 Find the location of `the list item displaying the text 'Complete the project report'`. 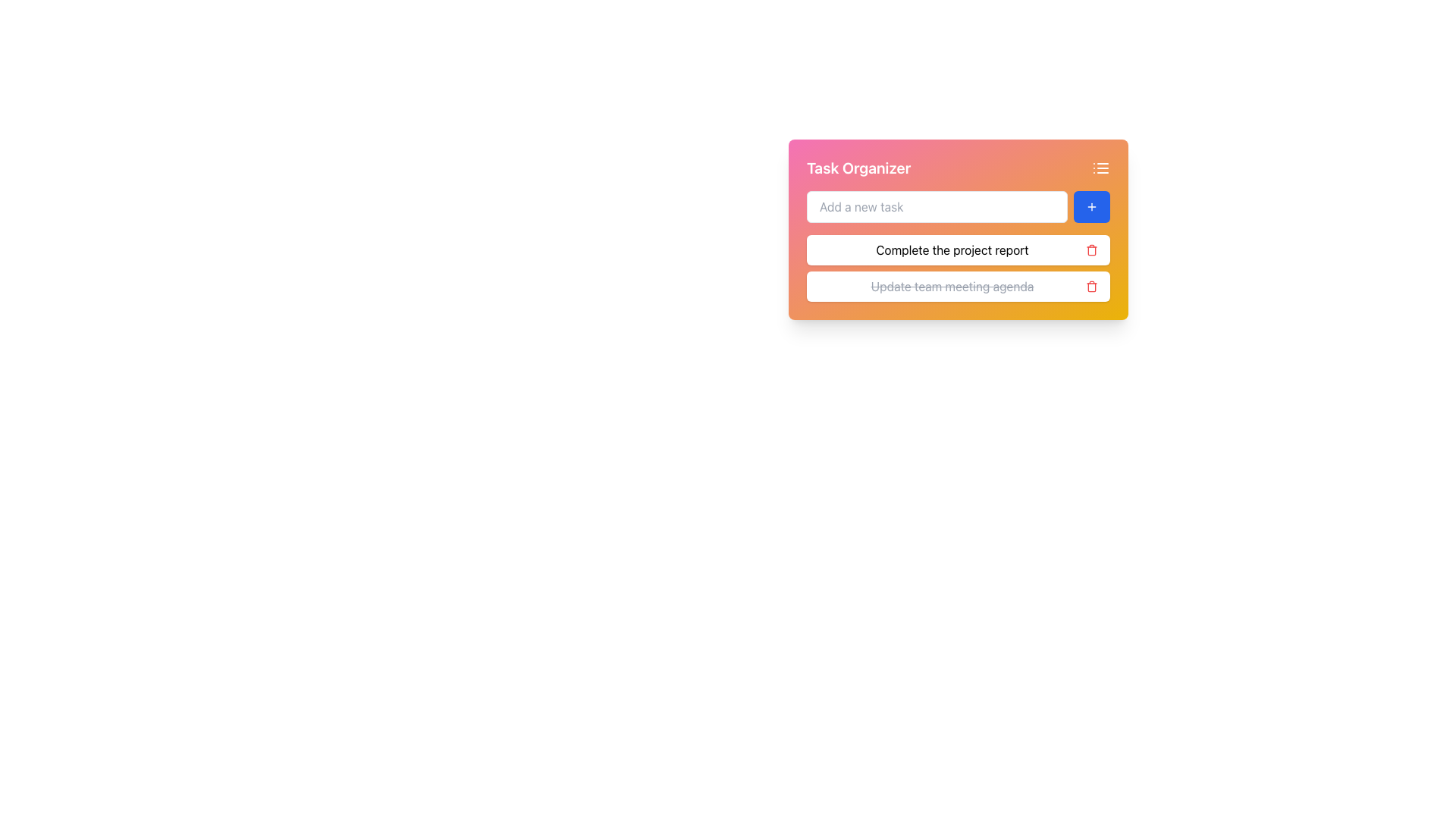

the list item displaying the text 'Complete the project report' is located at coordinates (957, 249).